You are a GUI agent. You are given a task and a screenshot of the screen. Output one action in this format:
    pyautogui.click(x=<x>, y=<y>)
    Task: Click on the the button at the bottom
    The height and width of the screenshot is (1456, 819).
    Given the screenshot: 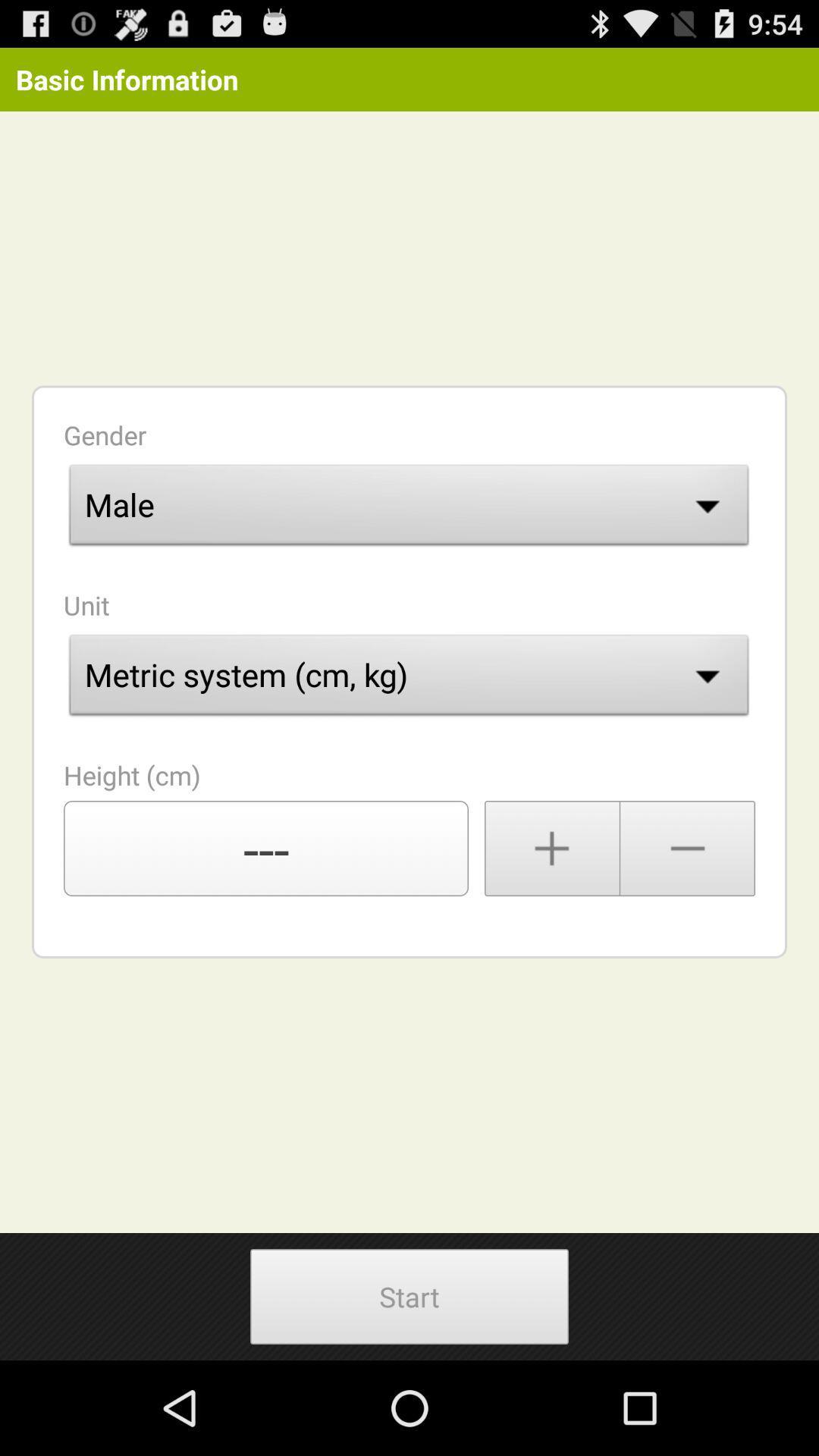 What is the action you would take?
    pyautogui.click(x=409, y=1295)
    